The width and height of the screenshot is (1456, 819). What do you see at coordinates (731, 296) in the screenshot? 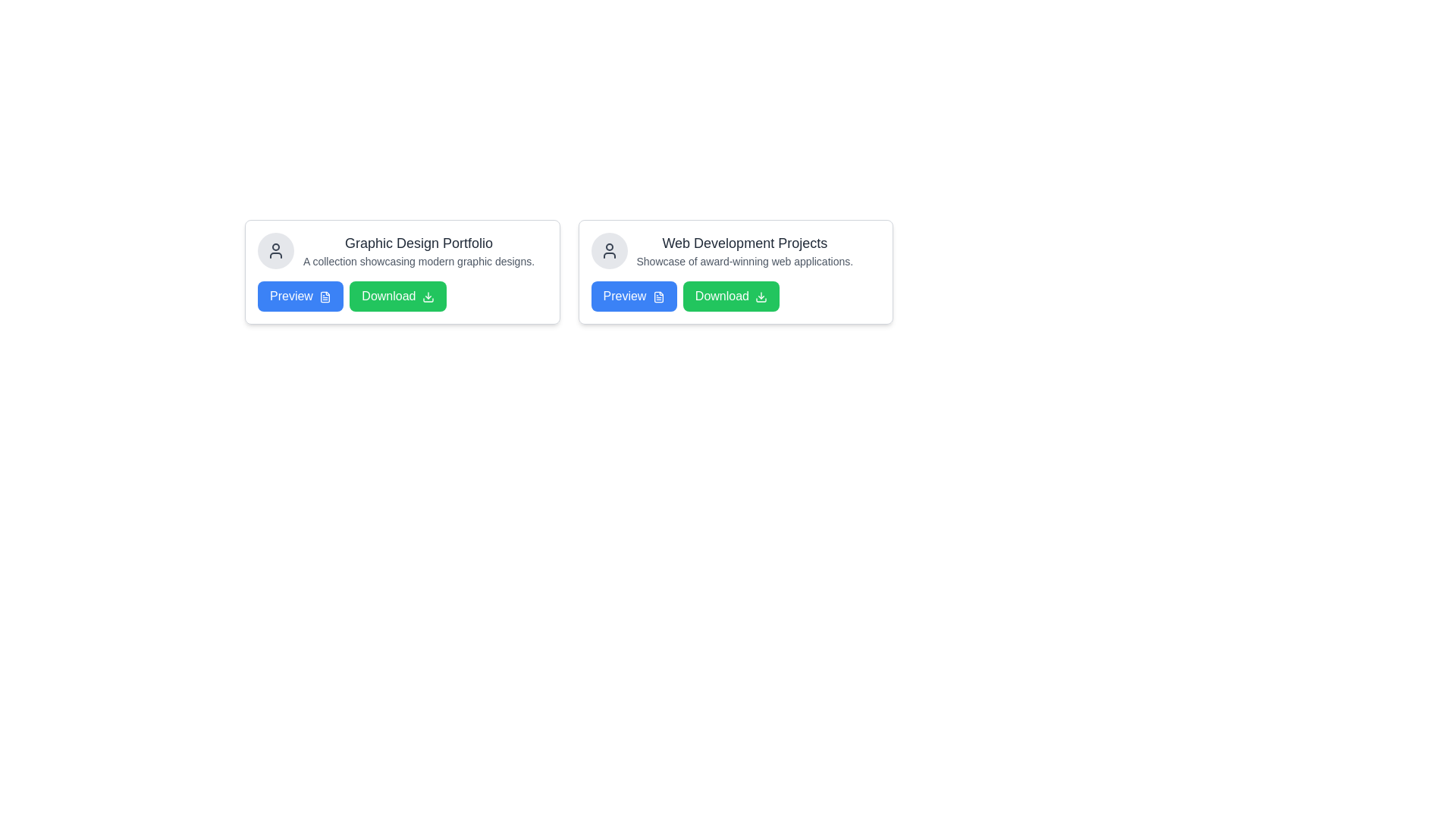
I see `the green 'Download' button with white text and a download icon to its right, located in the second card group, to initiate the download` at bounding box center [731, 296].